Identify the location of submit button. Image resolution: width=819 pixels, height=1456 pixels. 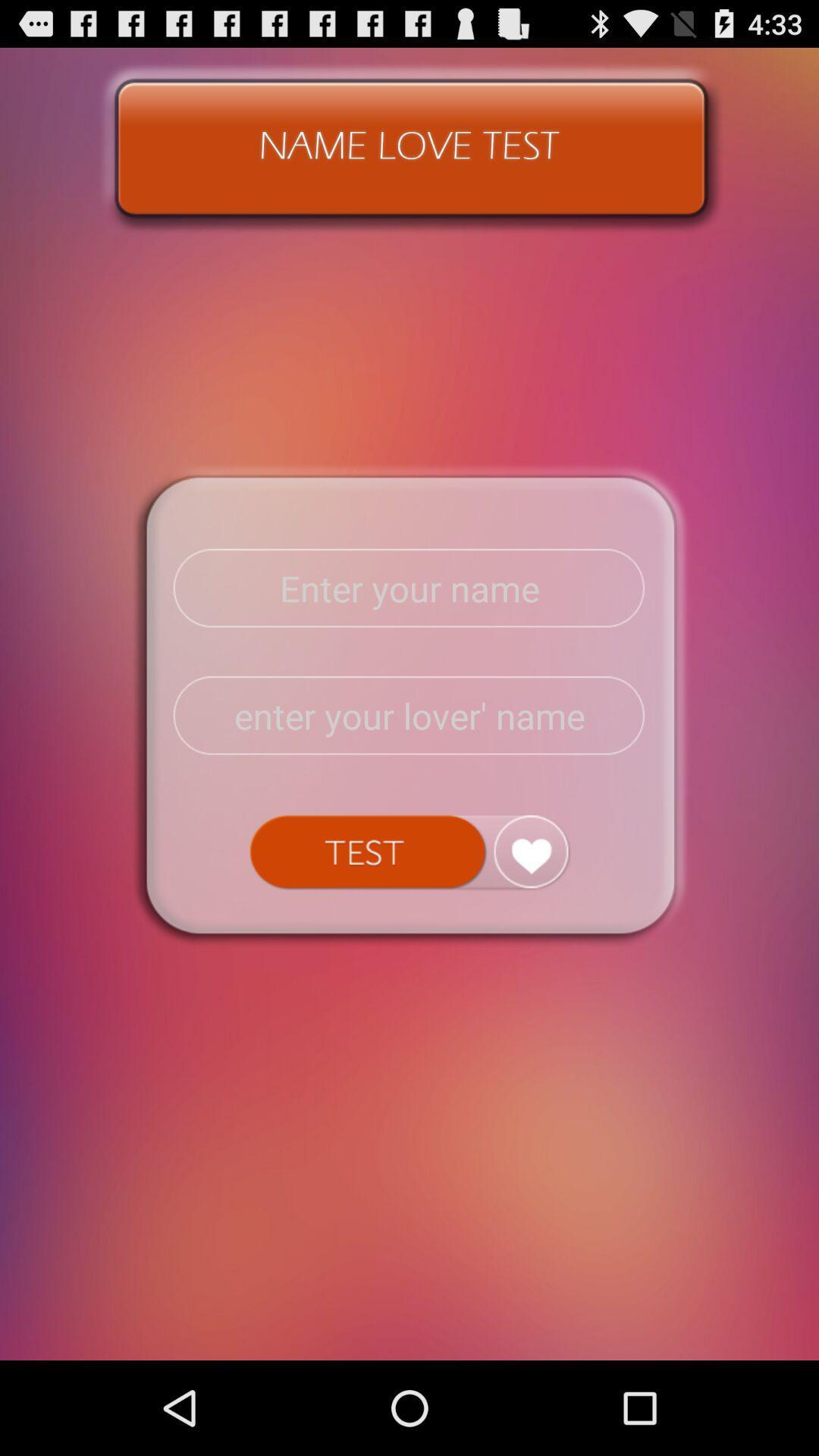
(408, 852).